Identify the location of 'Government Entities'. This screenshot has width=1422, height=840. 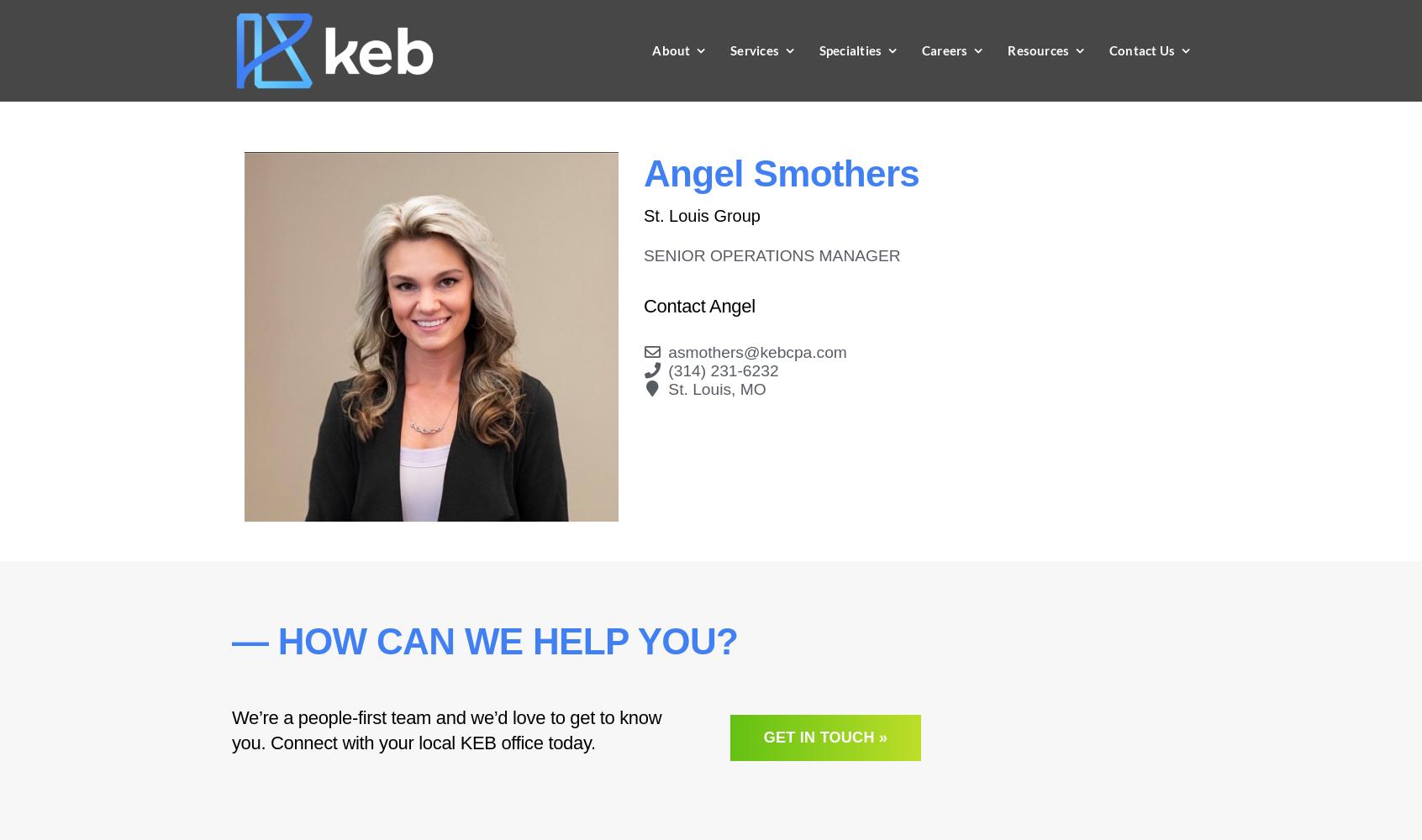
(897, 533).